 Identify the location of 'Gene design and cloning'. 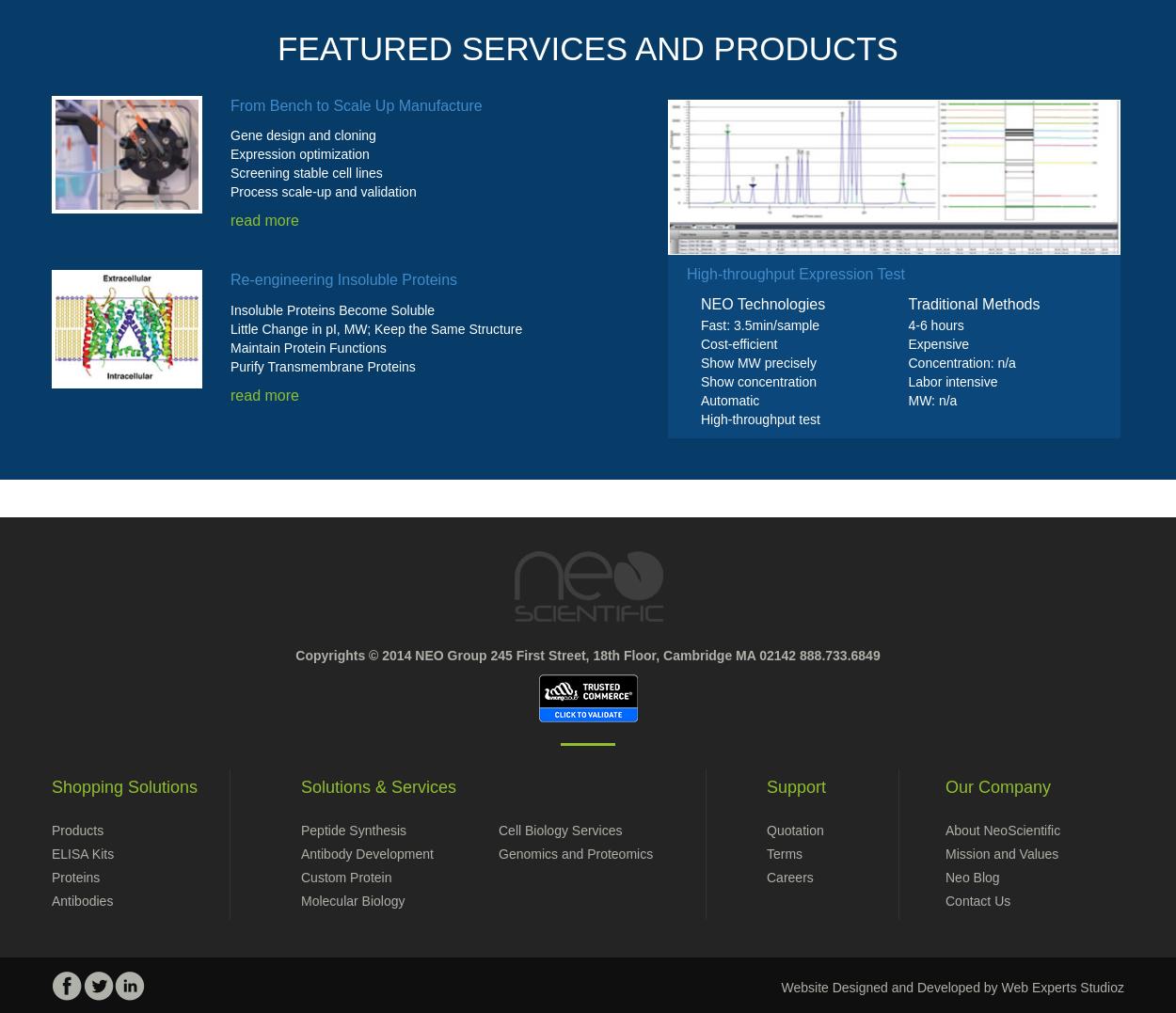
(302, 135).